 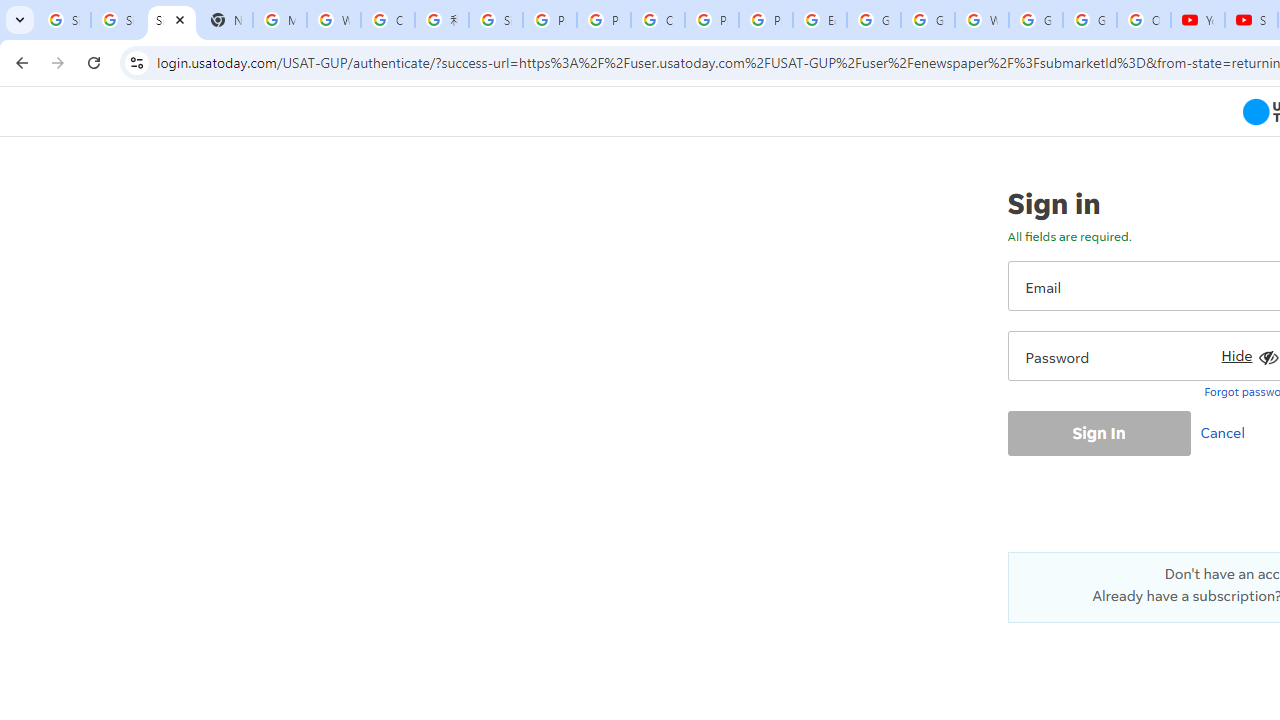 What do you see at coordinates (874, 20) in the screenshot?
I see `'Google Slides: Sign-in'` at bounding box center [874, 20].